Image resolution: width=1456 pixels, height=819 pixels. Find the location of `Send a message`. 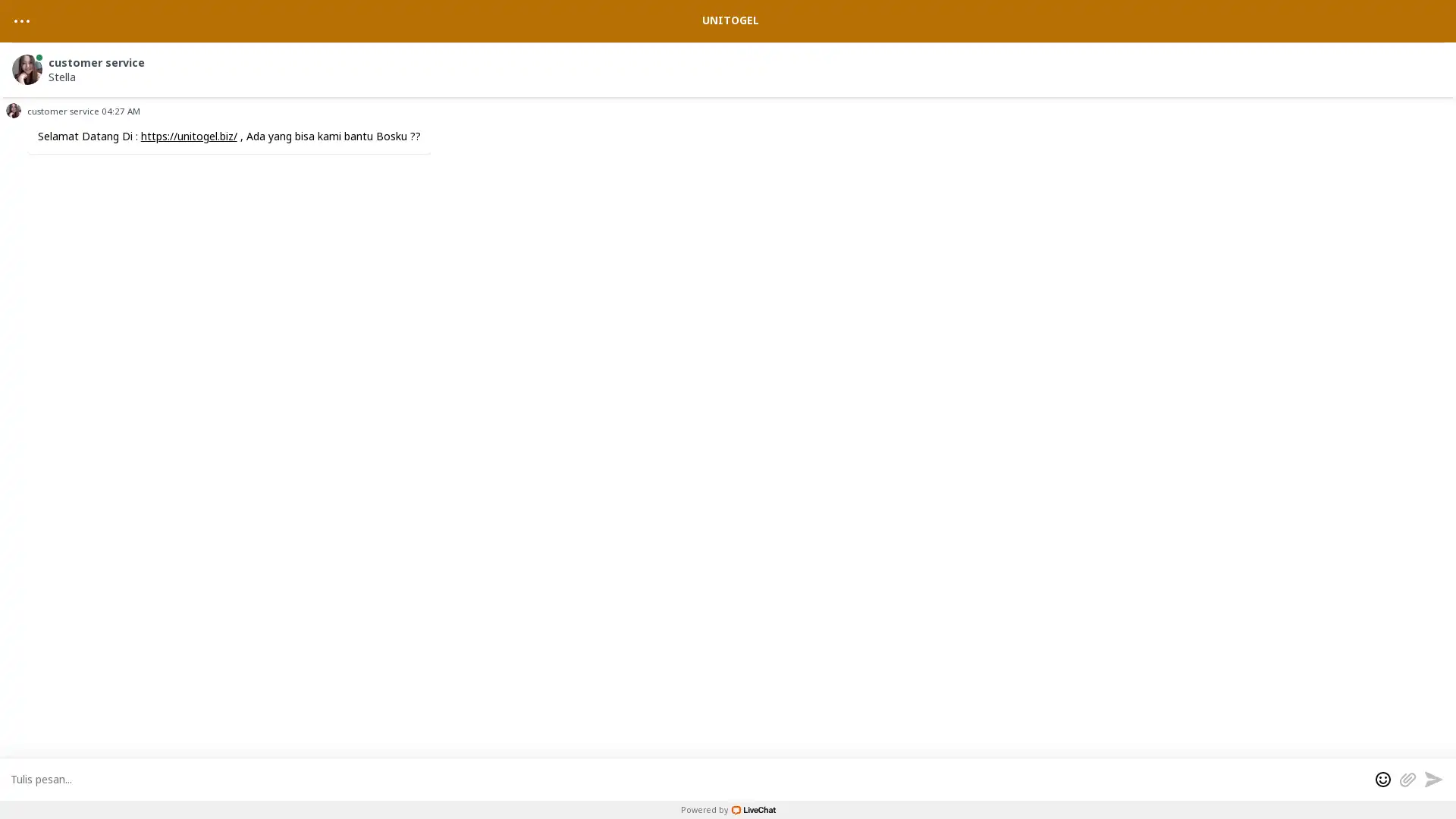

Send a message is located at coordinates (1432, 778).